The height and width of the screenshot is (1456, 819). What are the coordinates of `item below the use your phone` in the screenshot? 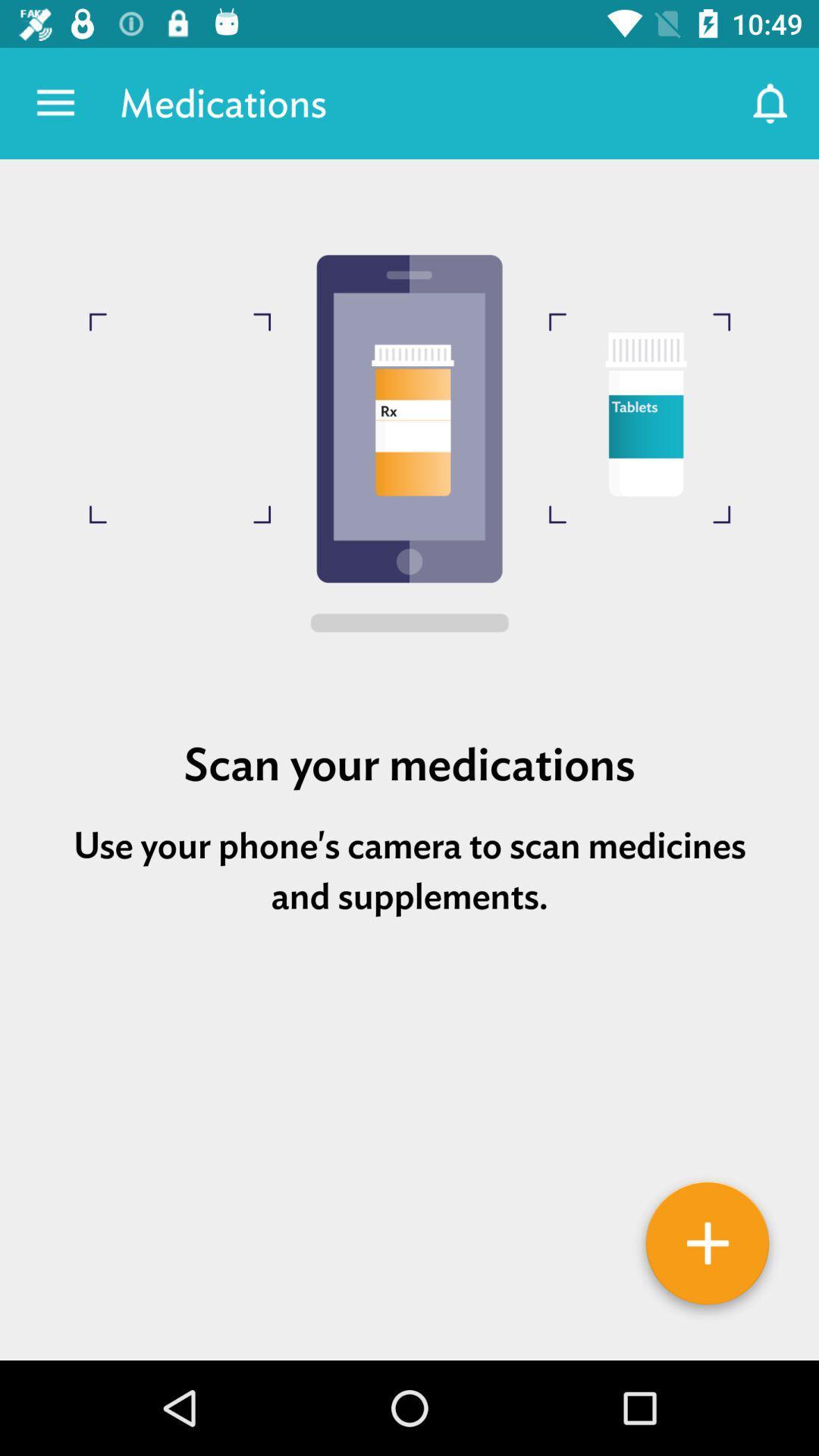 It's located at (708, 1248).